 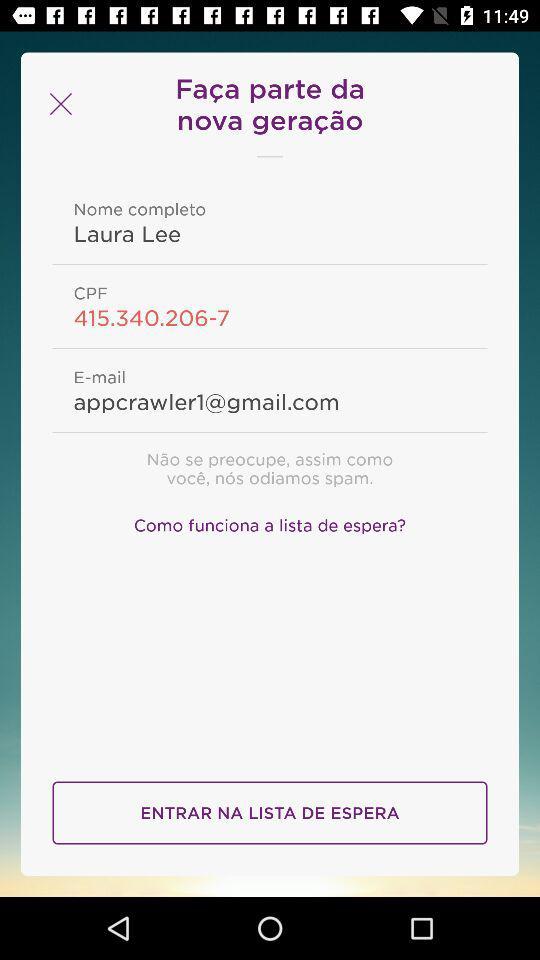 What do you see at coordinates (270, 233) in the screenshot?
I see `laura lee item` at bounding box center [270, 233].